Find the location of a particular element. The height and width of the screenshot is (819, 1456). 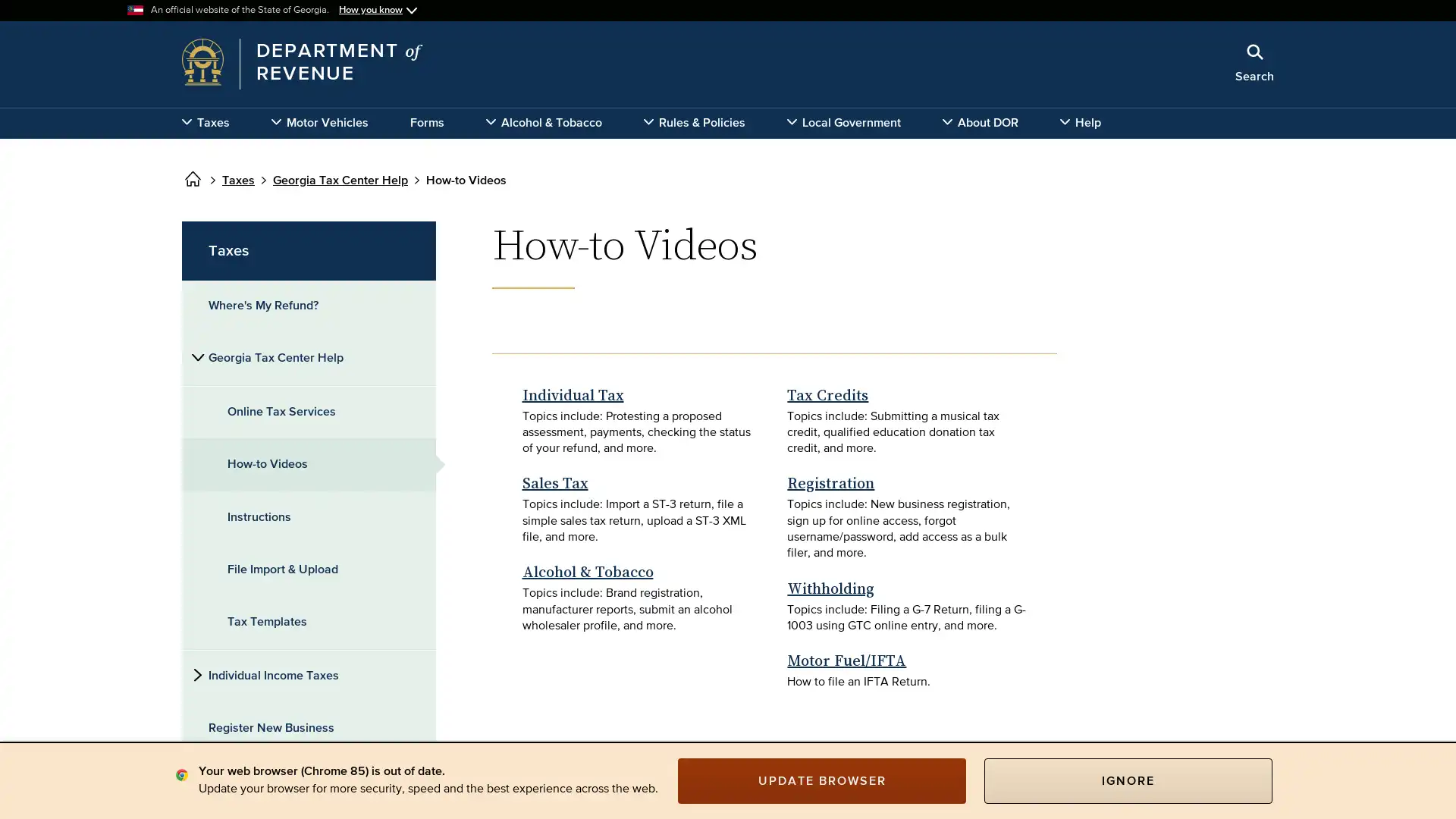

Side subnavigation toggle for 'Georgia Tax Center Help' is located at coordinates (196, 359).